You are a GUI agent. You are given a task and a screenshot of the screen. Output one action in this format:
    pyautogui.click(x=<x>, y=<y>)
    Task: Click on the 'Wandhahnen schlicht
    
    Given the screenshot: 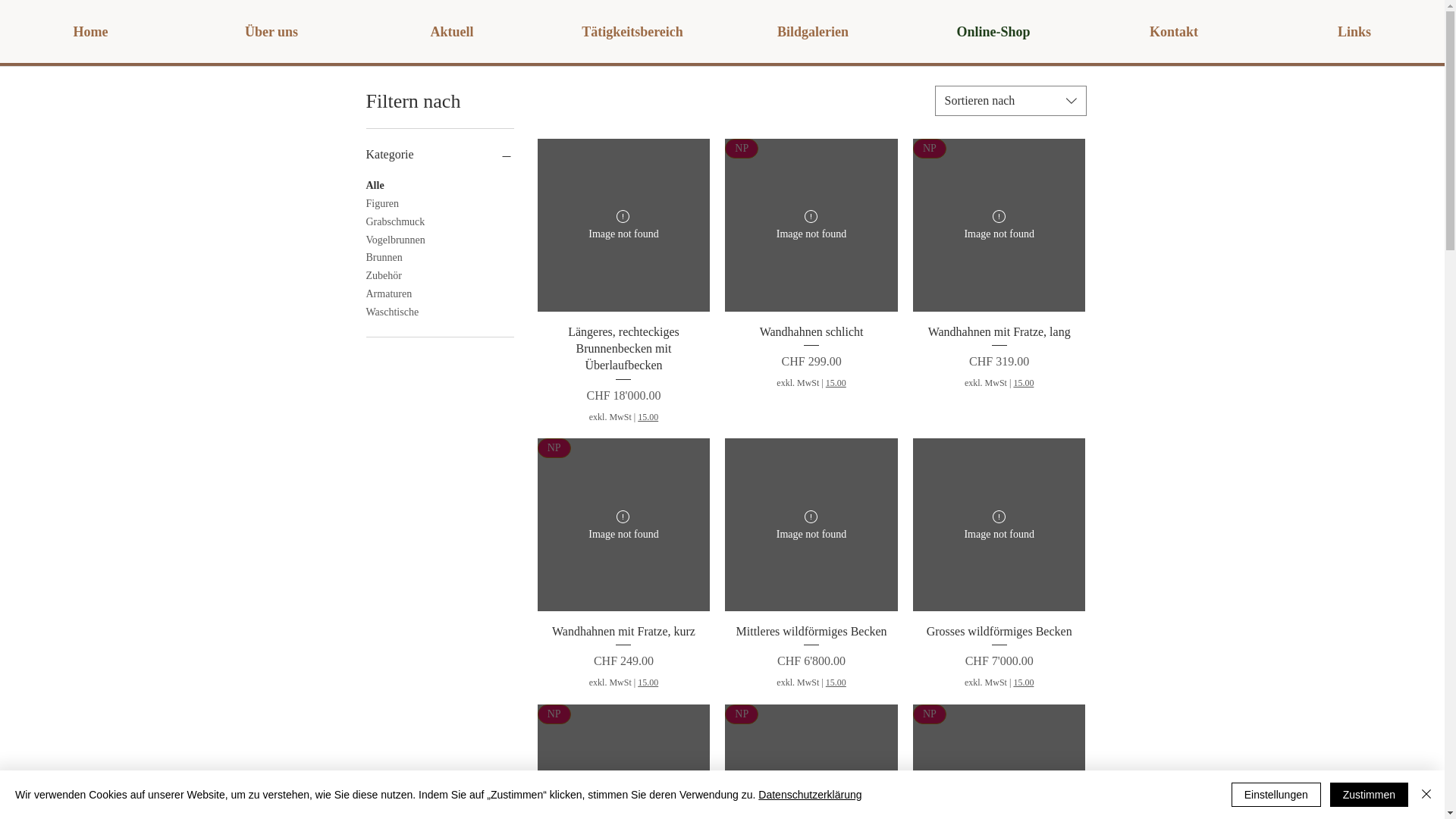 What is the action you would take?
    pyautogui.click(x=723, y=374)
    